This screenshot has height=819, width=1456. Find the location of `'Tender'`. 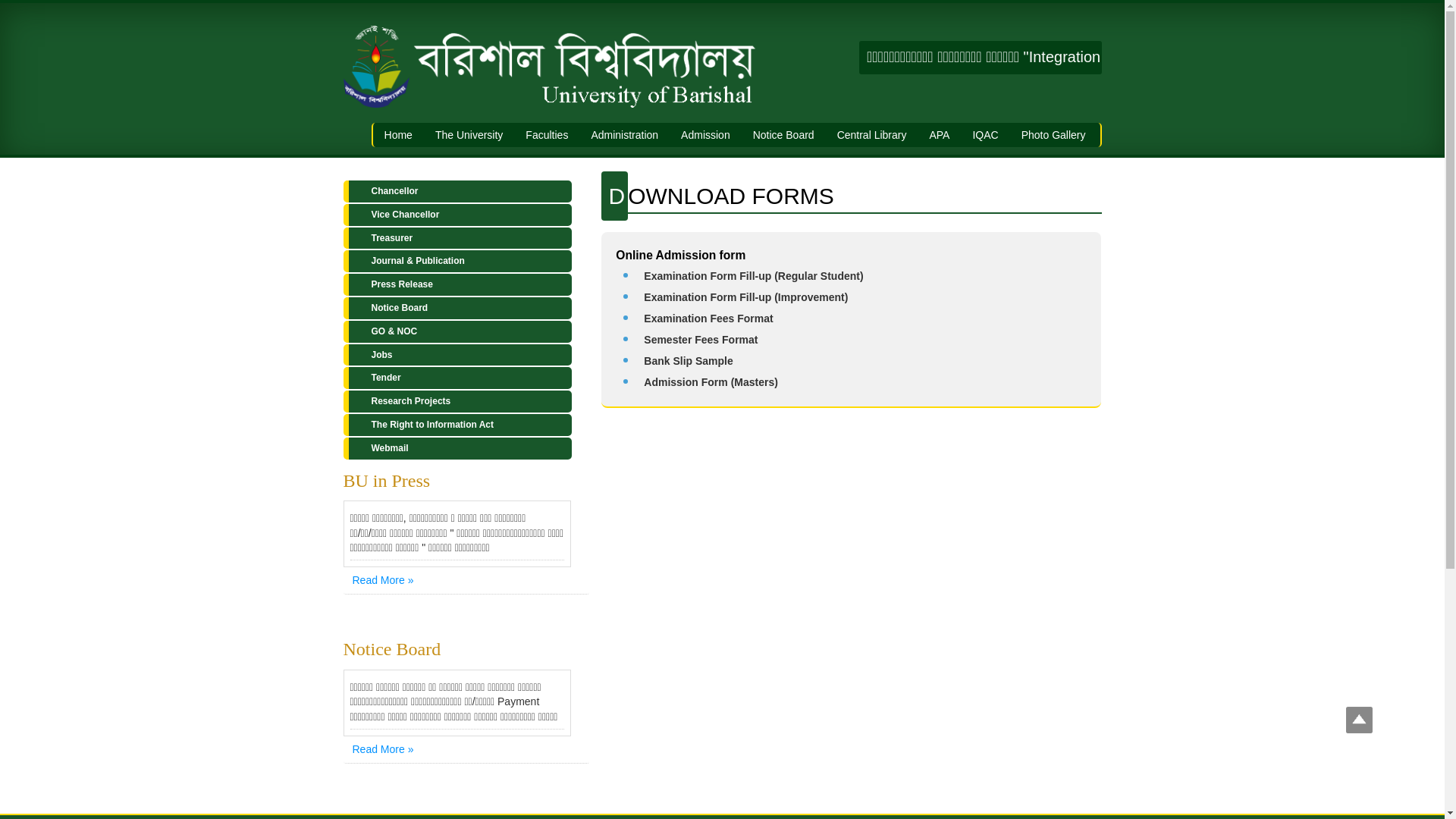

'Tender' is located at coordinates (456, 377).